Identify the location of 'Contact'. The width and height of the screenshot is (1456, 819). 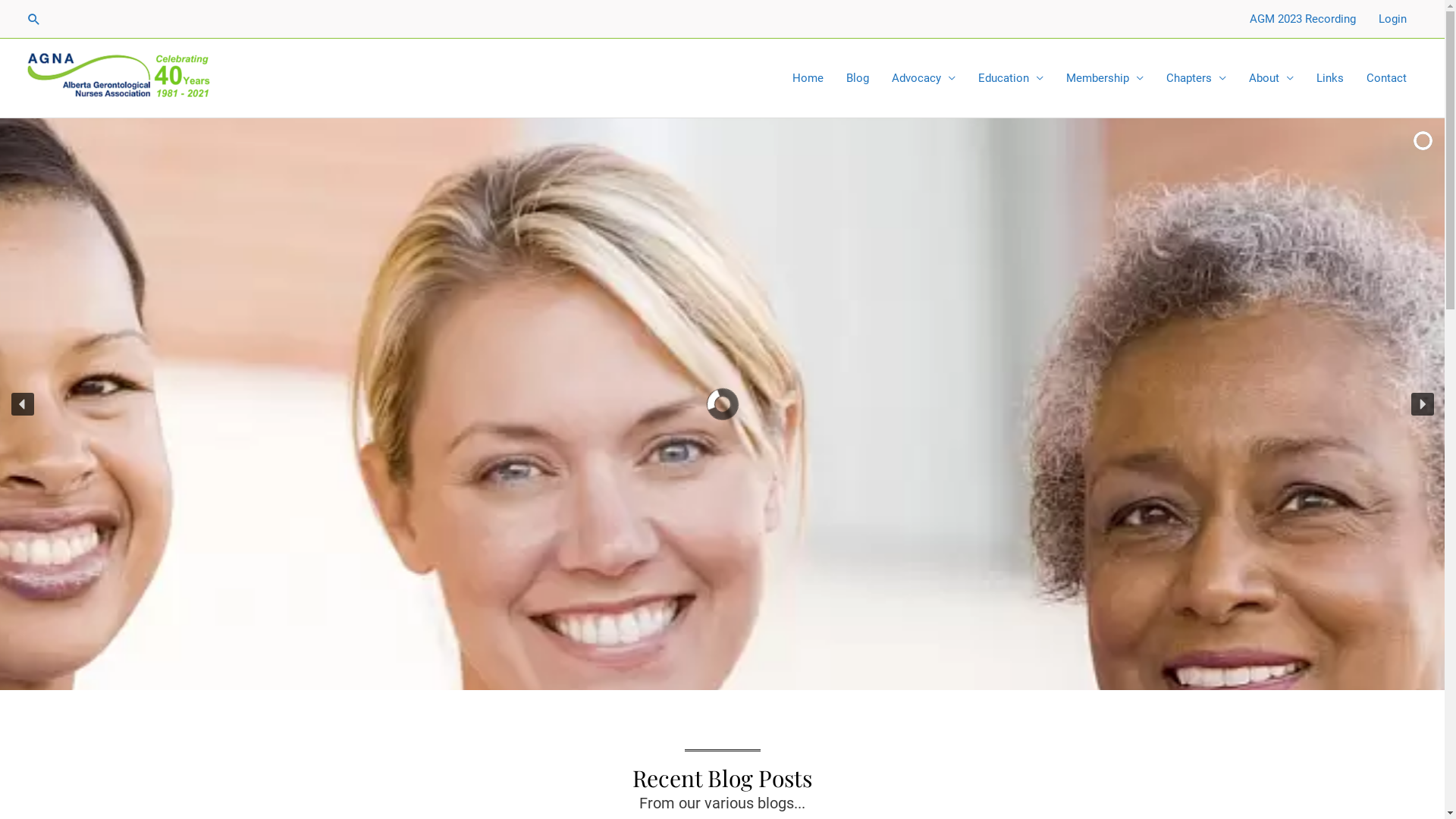
(1386, 78).